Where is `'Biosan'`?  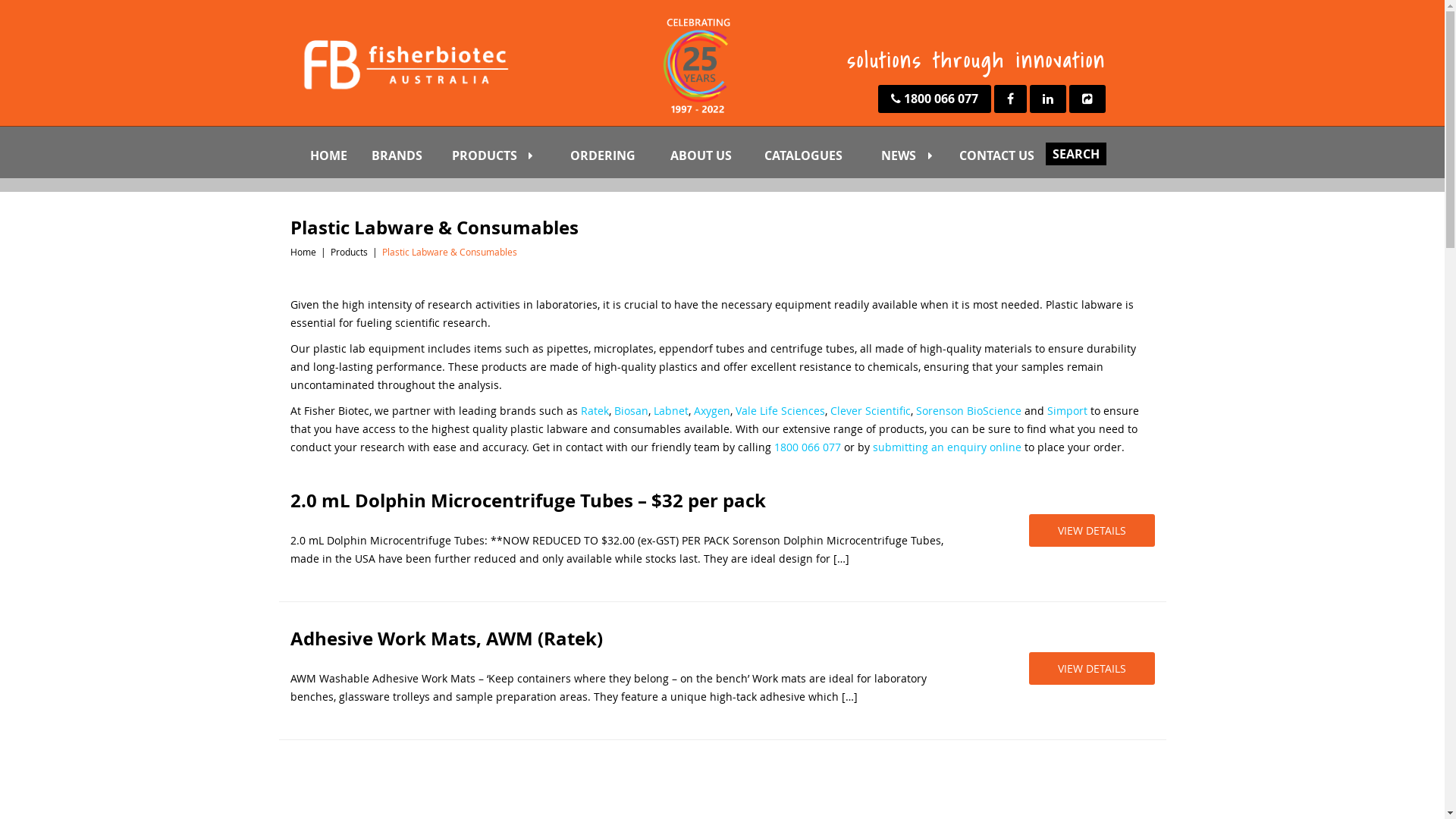
'Biosan' is located at coordinates (614, 410).